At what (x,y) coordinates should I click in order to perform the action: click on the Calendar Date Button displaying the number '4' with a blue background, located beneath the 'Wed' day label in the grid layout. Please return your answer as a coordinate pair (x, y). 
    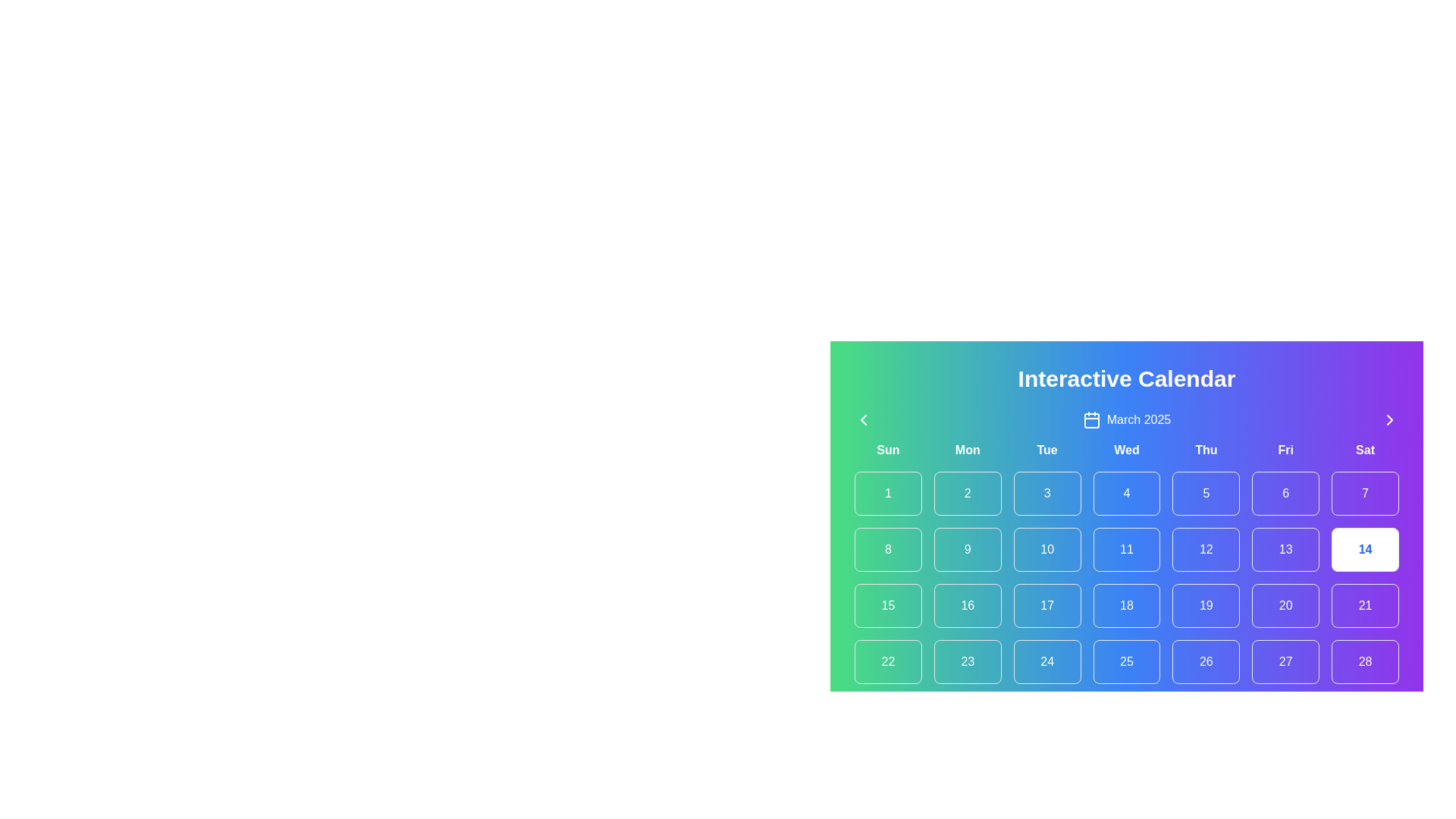
    Looking at the image, I should click on (1127, 494).